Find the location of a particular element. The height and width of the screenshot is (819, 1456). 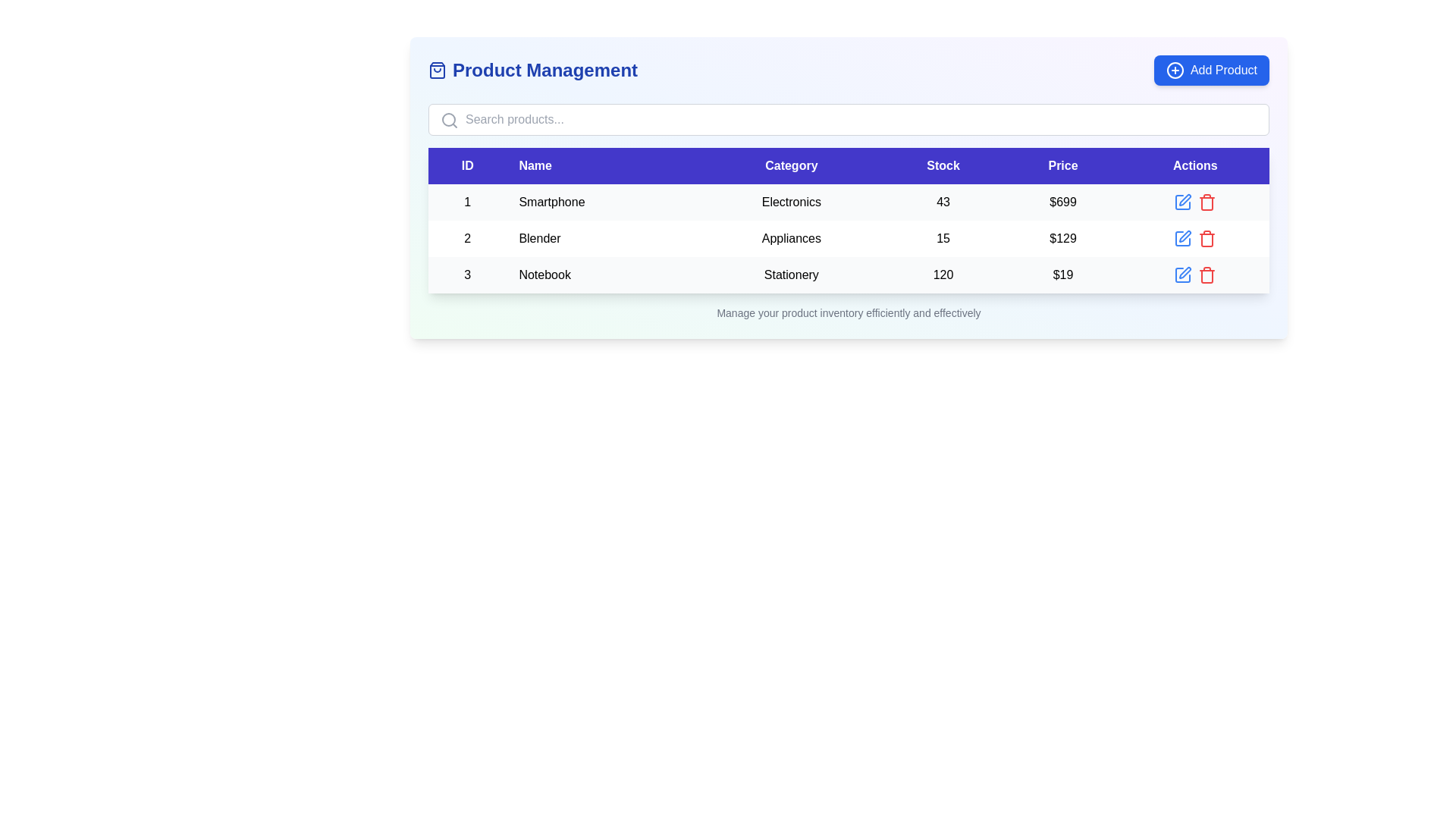

the delete button represented by the red trash bin icon in the Actions column for the second row (item 'Blender') of the table is located at coordinates (1207, 239).